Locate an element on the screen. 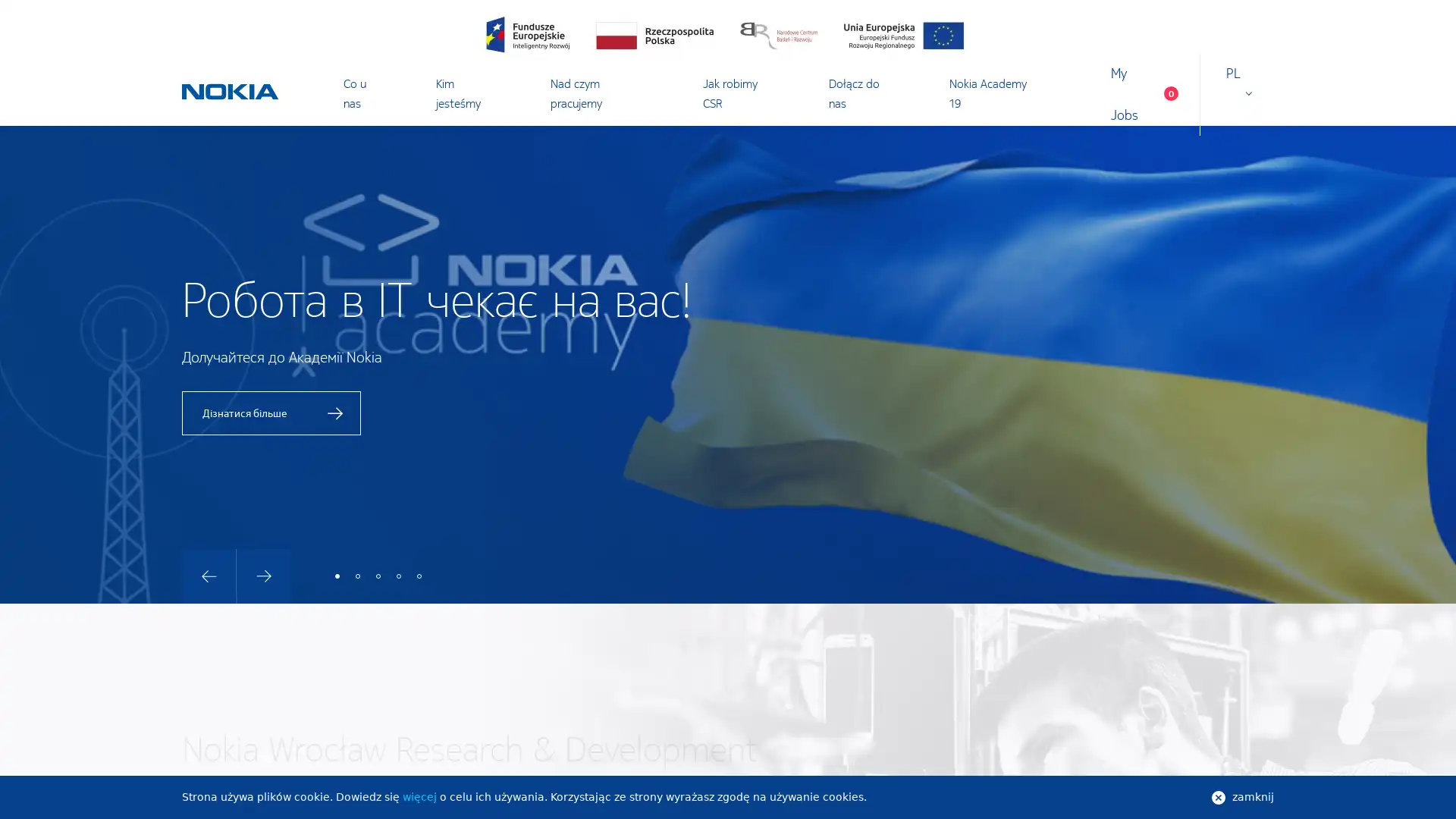 Image resolution: width=1456 pixels, height=819 pixels. Go to slide 5 is located at coordinates (419, 576).